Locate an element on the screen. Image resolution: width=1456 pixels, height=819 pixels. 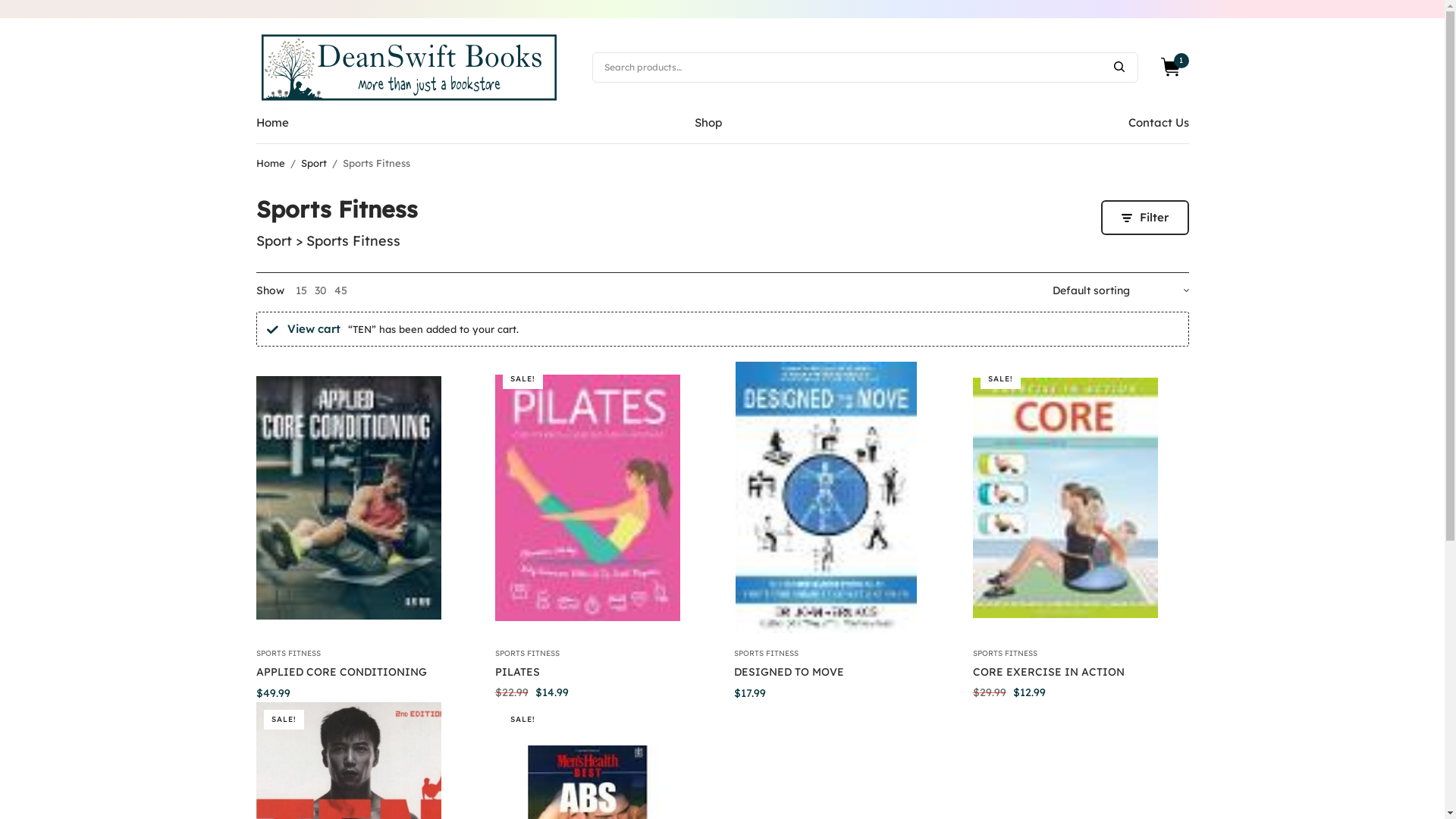
'CORE EXERCISE IN ACTION' is located at coordinates (1047, 671).